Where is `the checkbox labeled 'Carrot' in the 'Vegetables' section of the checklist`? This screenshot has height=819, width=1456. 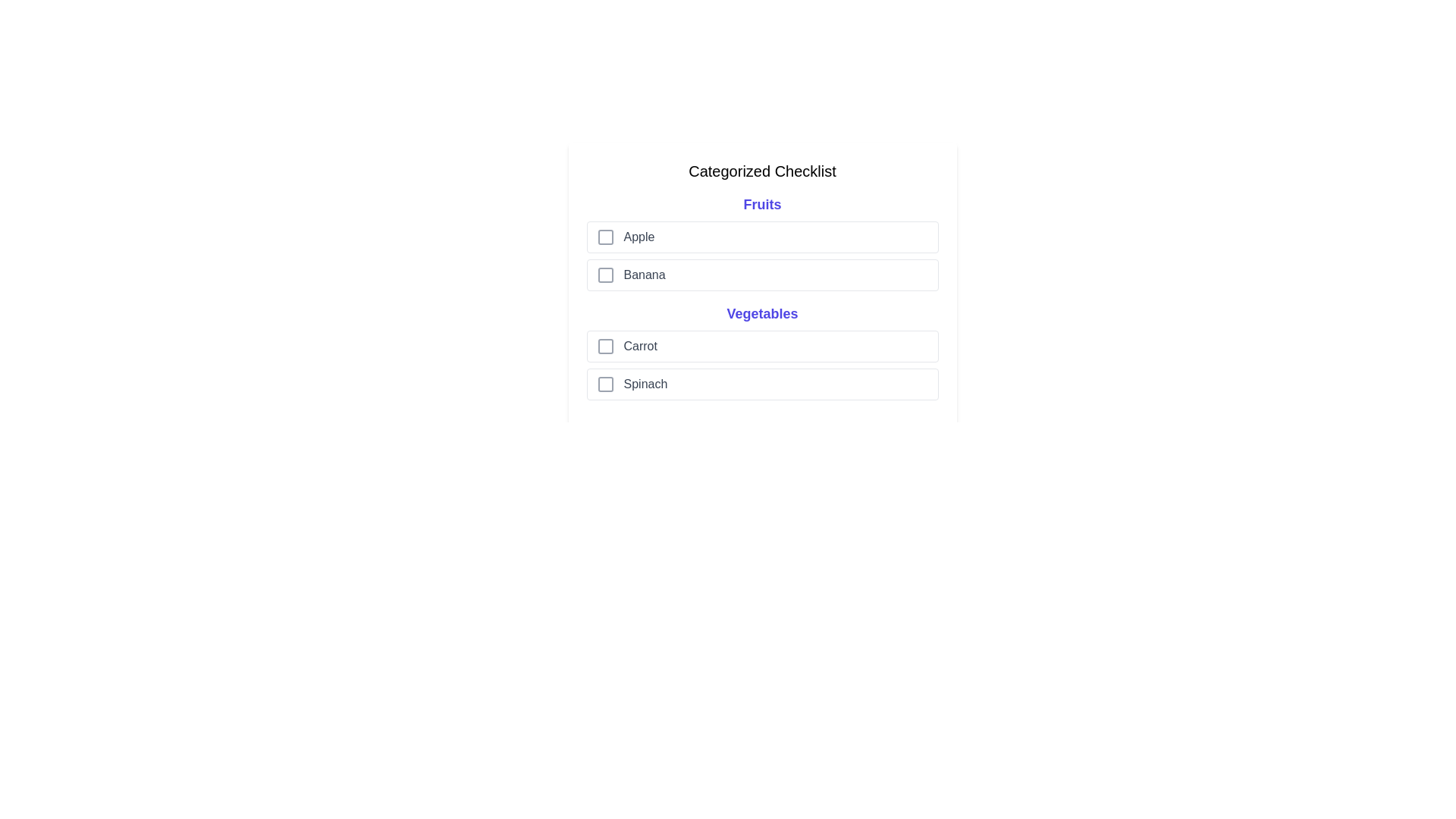 the checkbox labeled 'Carrot' in the 'Vegetables' section of the checklist is located at coordinates (762, 346).